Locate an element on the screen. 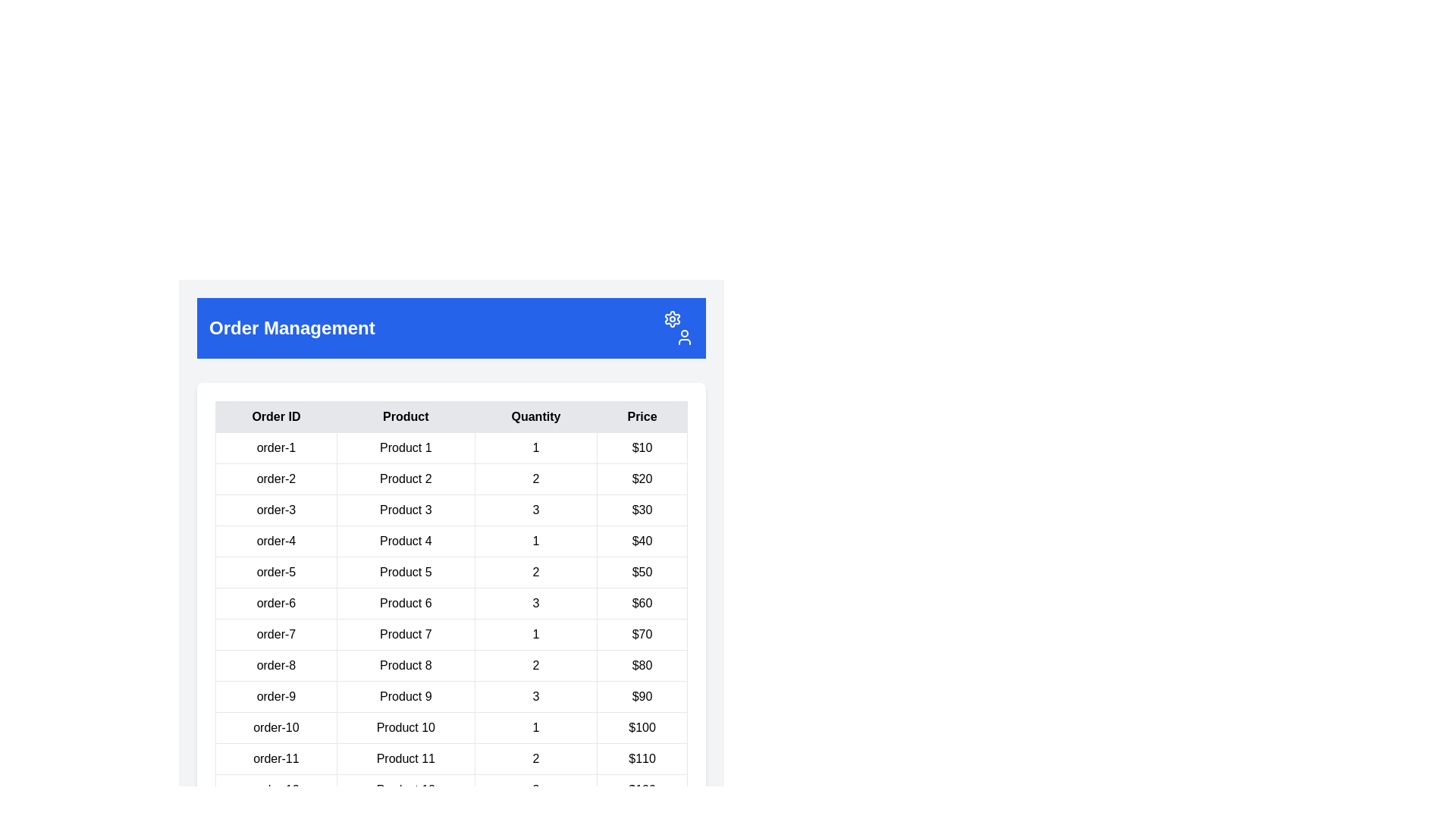  the price label for 'Product 10', located in the last column of the first row of the table as the fourth element among its siblings is located at coordinates (642, 727).